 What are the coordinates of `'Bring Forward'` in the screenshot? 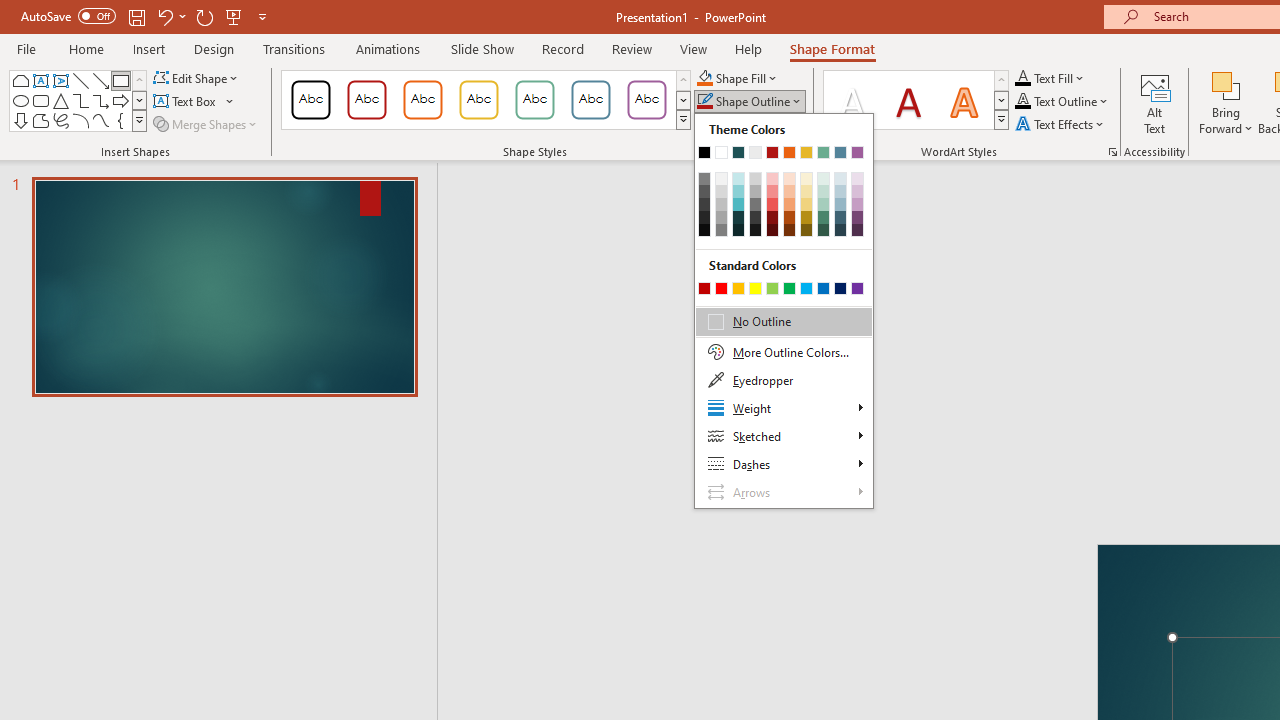 It's located at (1225, 103).